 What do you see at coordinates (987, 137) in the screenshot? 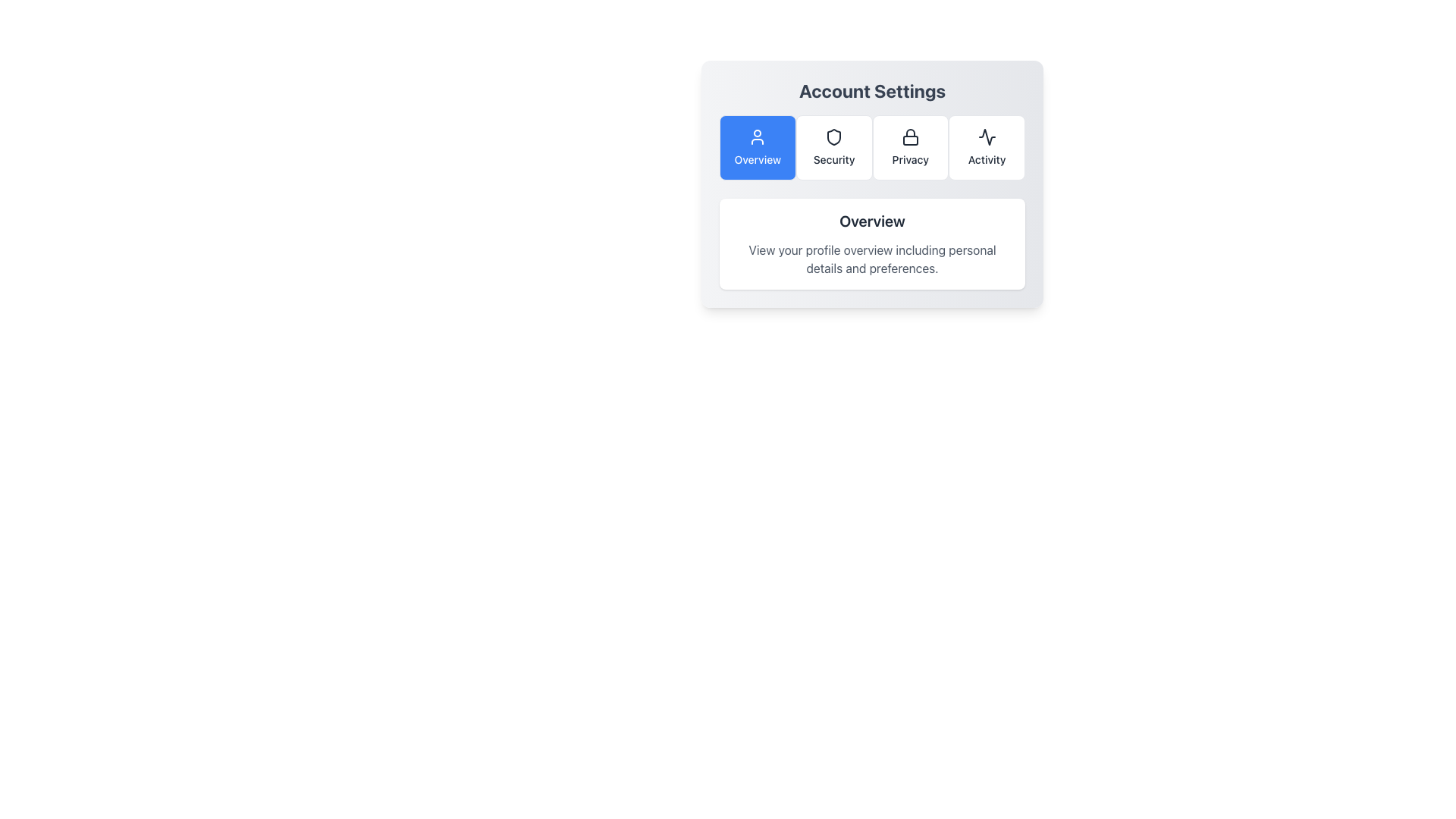
I see `the activity monitor icon located in the 'Activity' tab of the 'Account Settings' interface, which is the fourth icon from the left in the row of tabs` at bounding box center [987, 137].